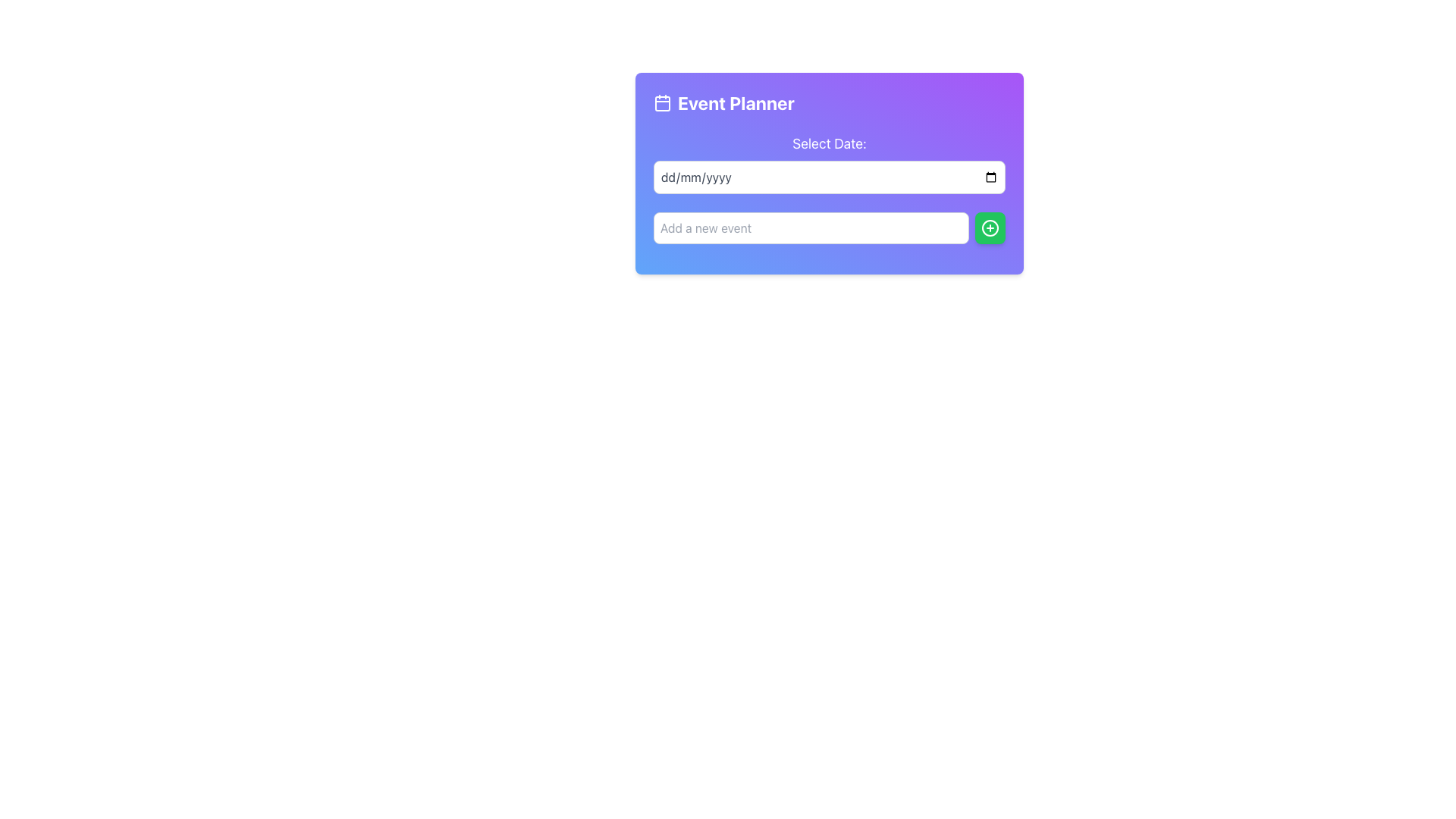 Image resolution: width=1456 pixels, height=819 pixels. Describe the element at coordinates (990, 227) in the screenshot. I see `the circular icon button with a plus sign inside it, which is located on the right side of the input field labeled 'Add a new event' in the Event Planner interface` at that location.